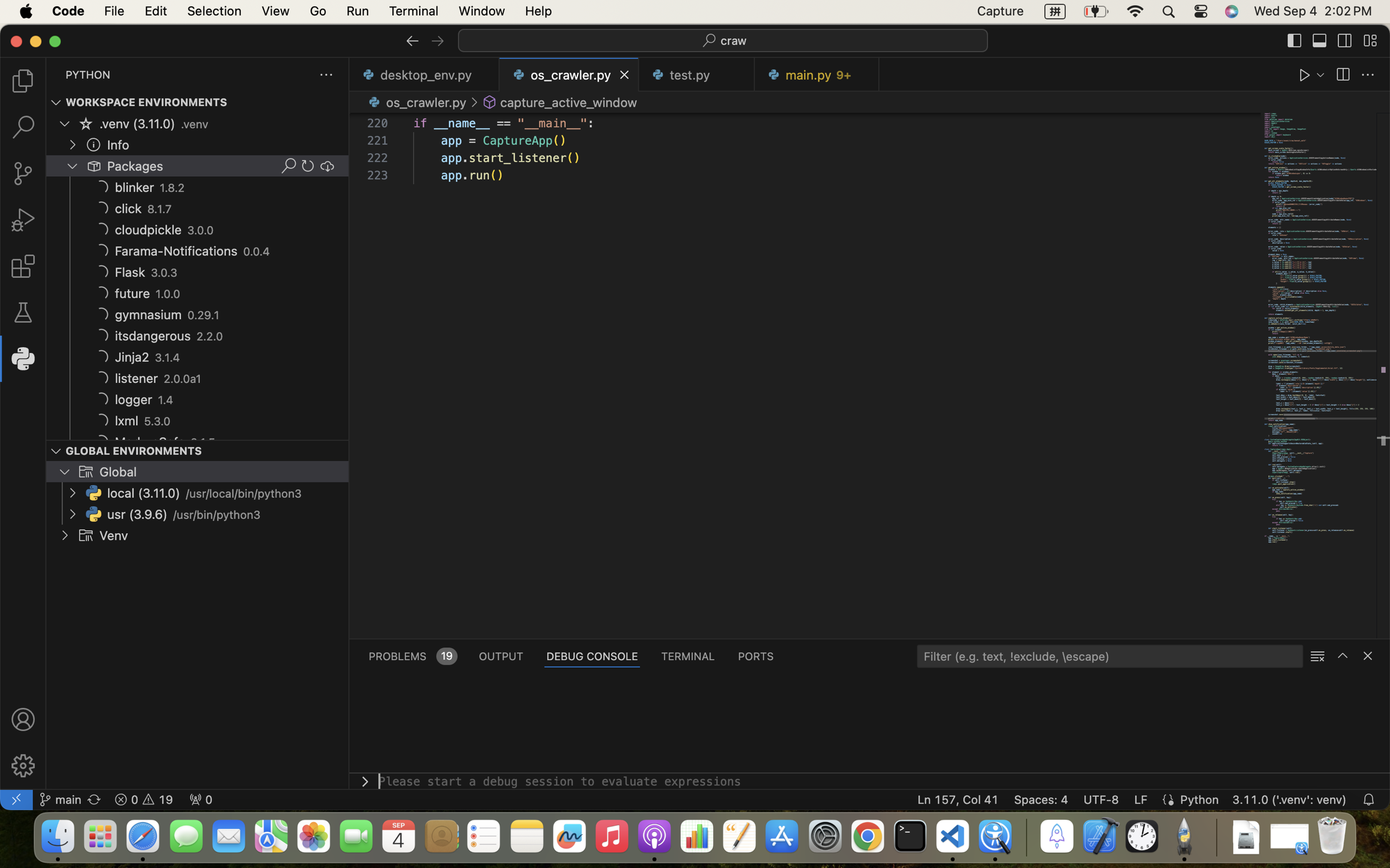 Image resolution: width=1390 pixels, height=868 pixels. What do you see at coordinates (1368, 75) in the screenshot?
I see `''` at bounding box center [1368, 75].